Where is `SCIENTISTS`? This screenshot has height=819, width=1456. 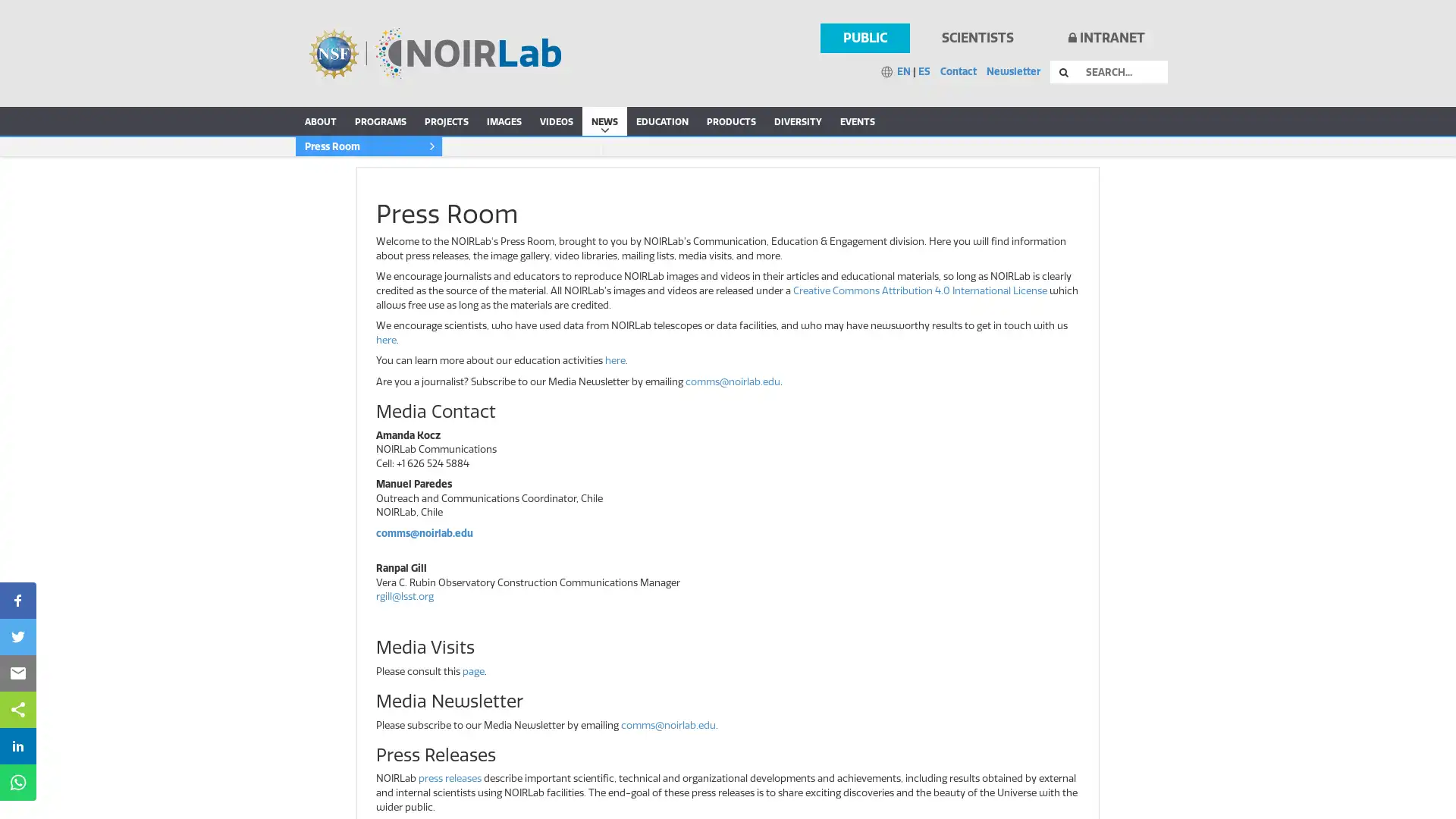 SCIENTISTS is located at coordinates (977, 37).